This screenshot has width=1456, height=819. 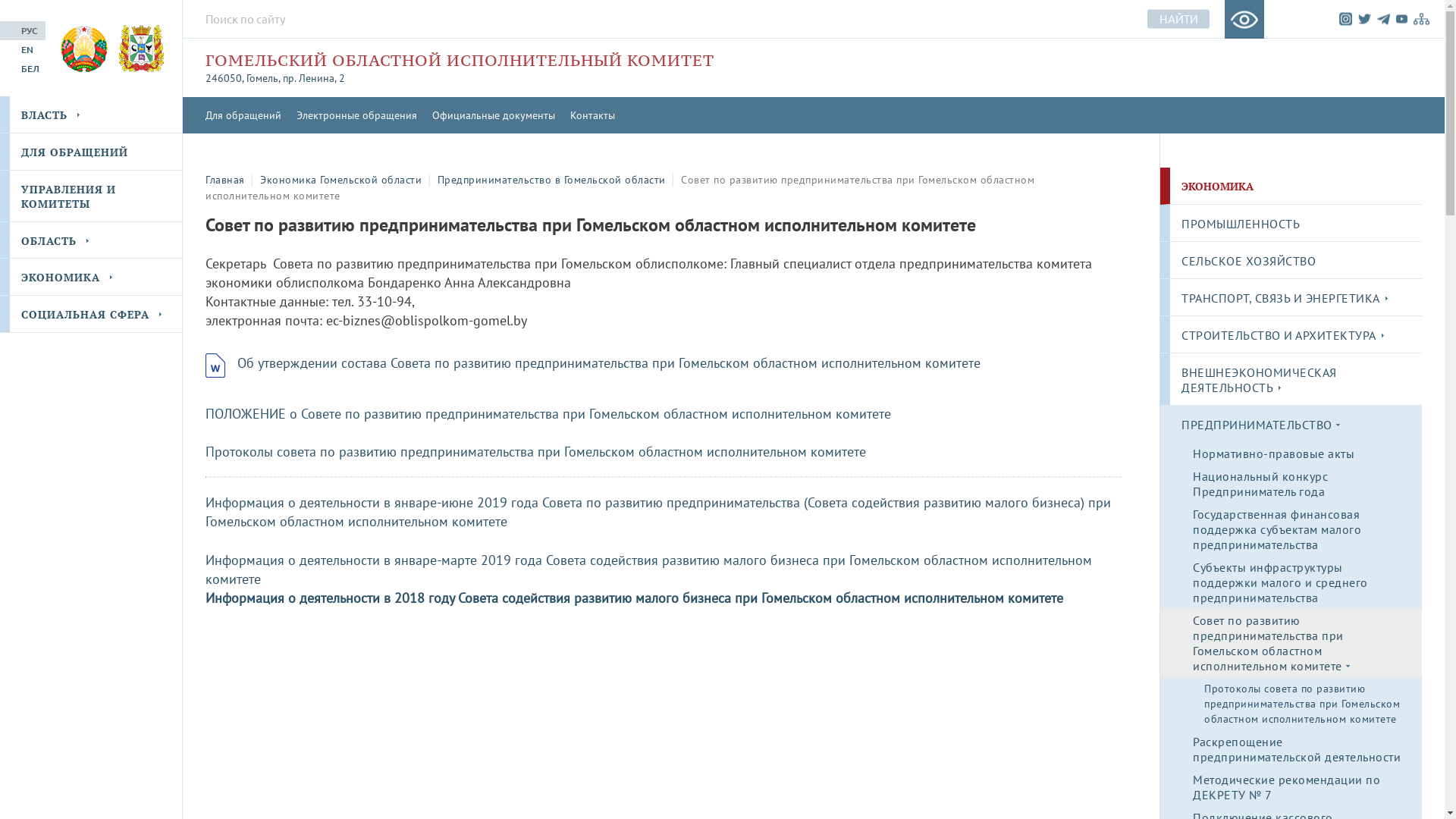 I want to click on 'Instagram', so click(x=1339, y=18).